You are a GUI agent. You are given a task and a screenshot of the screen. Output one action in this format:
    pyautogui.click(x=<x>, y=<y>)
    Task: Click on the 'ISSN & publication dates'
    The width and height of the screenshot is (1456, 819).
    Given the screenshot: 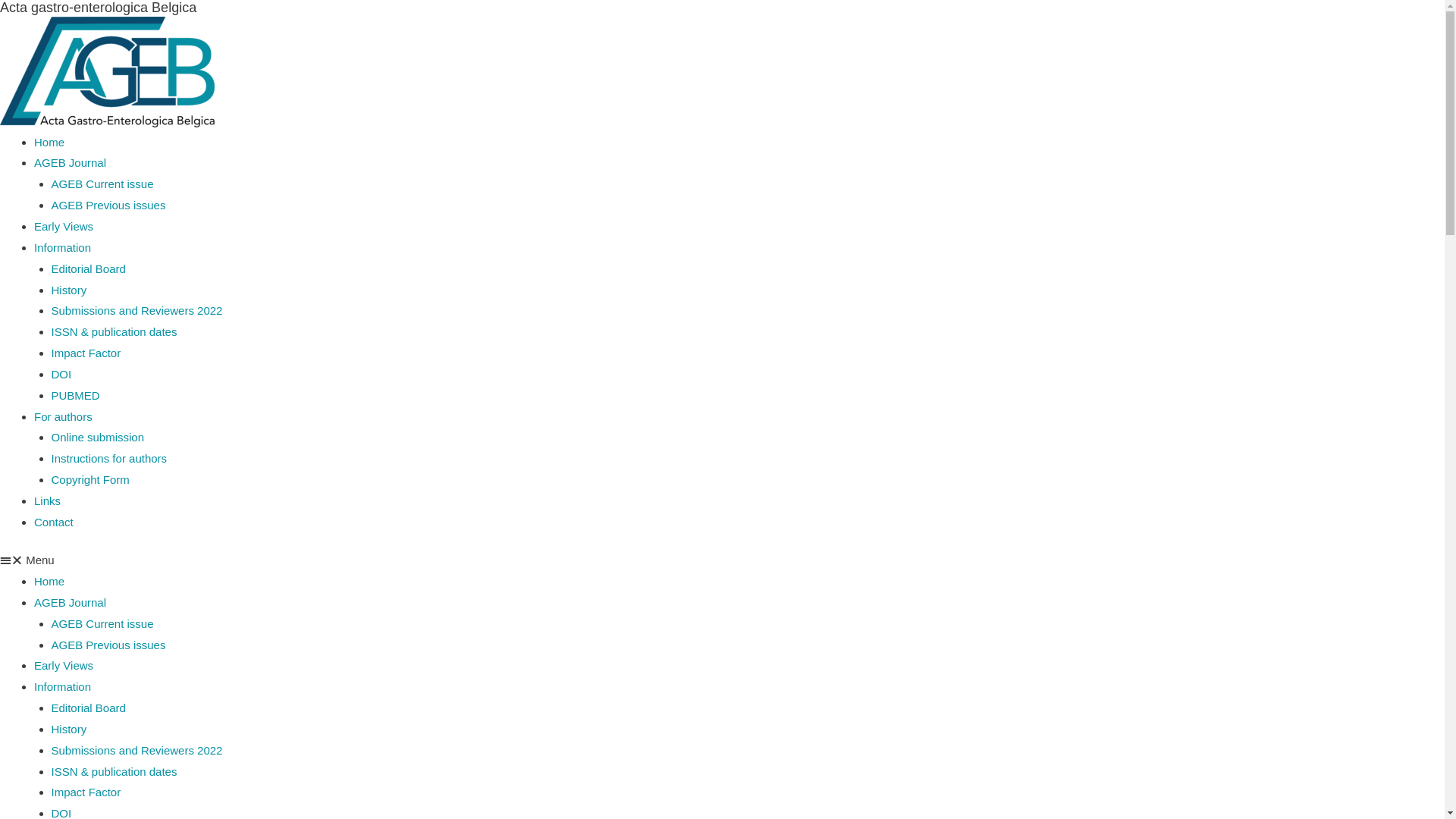 What is the action you would take?
    pyautogui.click(x=113, y=331)
    